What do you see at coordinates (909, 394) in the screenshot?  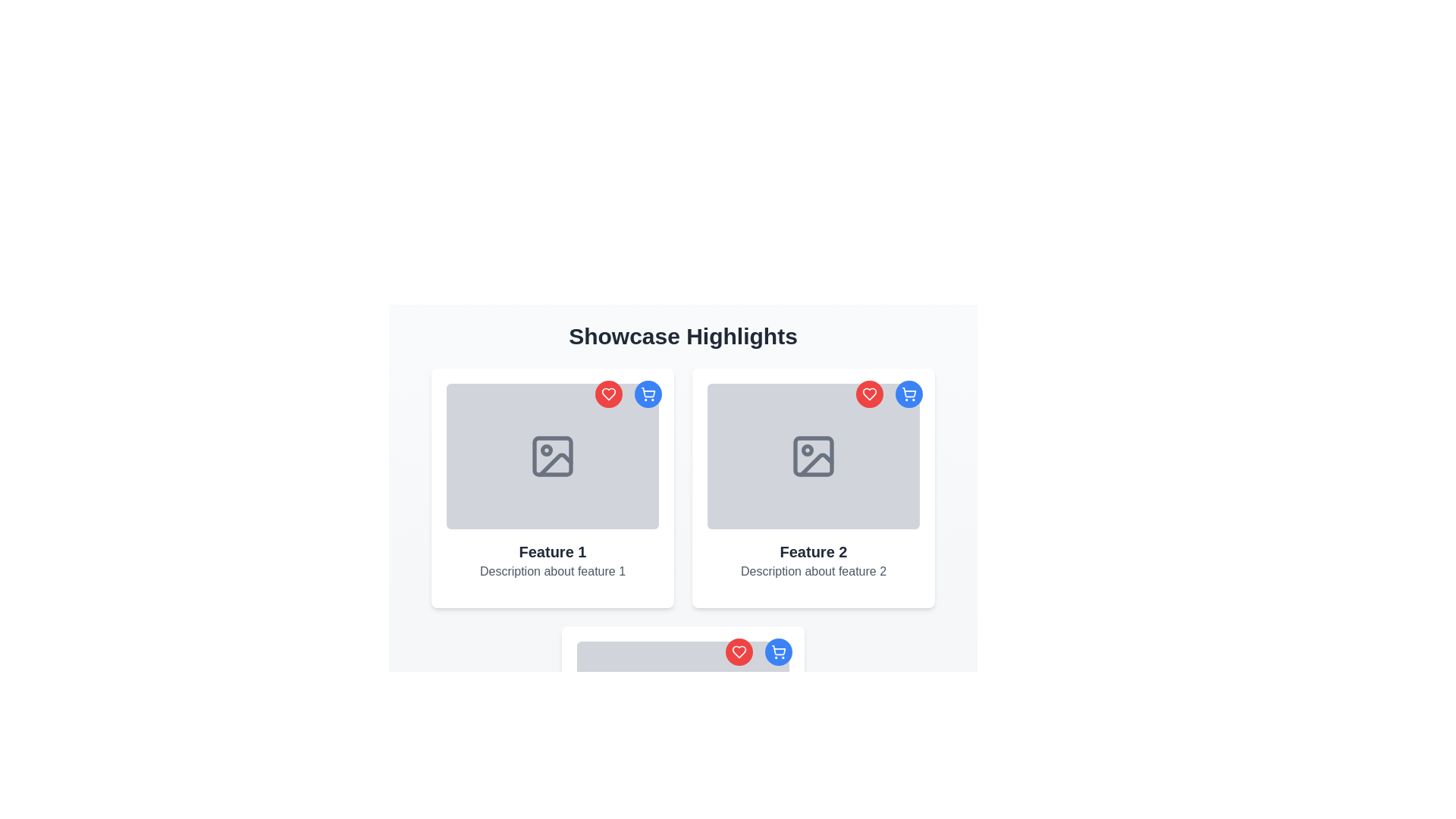 I see `the icon button located in the top-right corner of the second card titled 'Feature 2'` at bounding box center [909, 394].